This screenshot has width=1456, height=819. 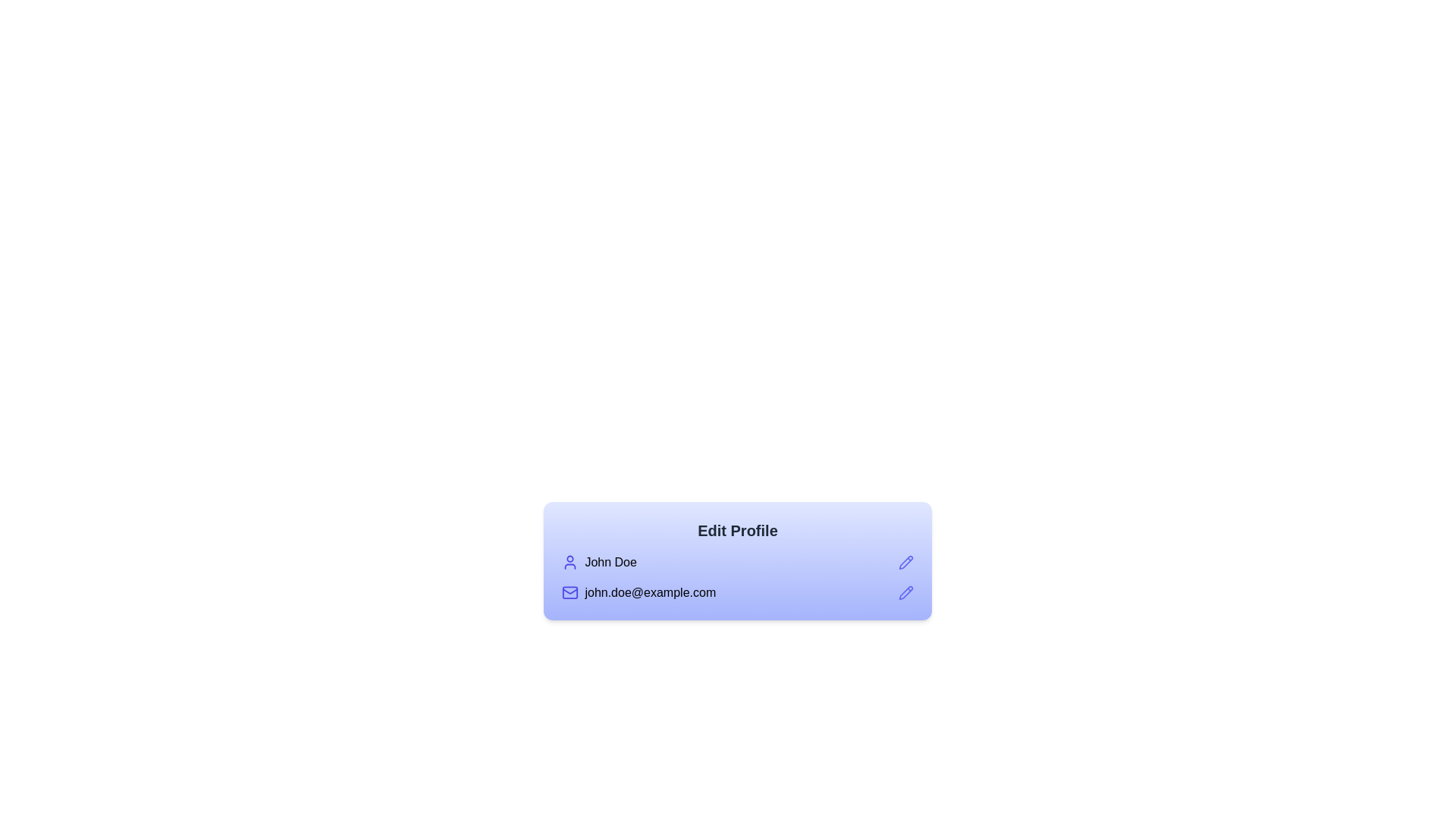 What do you see at coordinates (610, 562) in the screenshot?
I see `displayed text 'John Doe' from the text label, which is positioned to the right of a user-related icon in the profile section` at bounding box center [610, 562].